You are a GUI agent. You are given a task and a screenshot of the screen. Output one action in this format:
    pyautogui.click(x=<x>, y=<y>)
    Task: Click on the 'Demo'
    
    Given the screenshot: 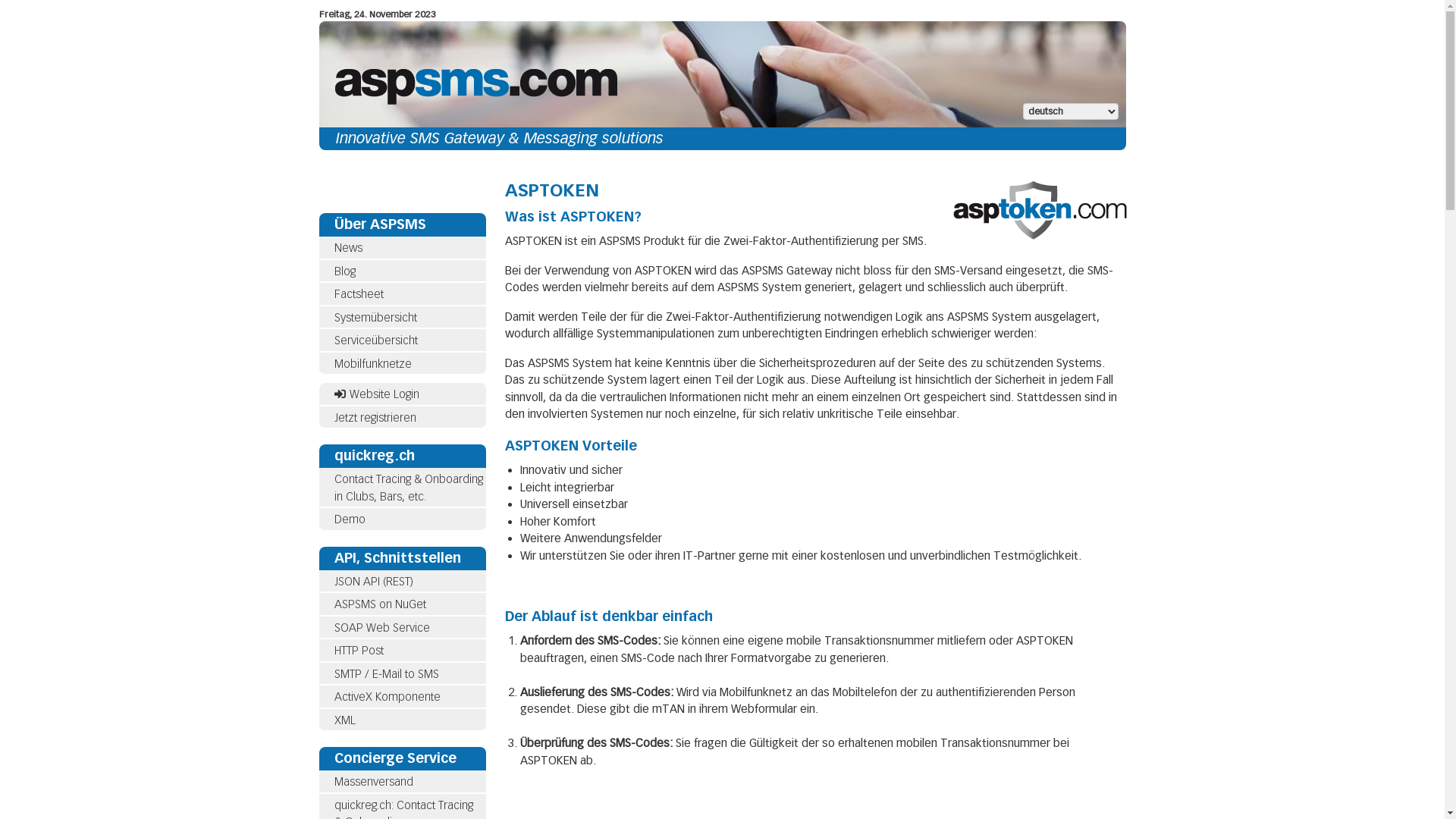 What is the action you would take?
    pyautogui.click(x=401, y=519)
    